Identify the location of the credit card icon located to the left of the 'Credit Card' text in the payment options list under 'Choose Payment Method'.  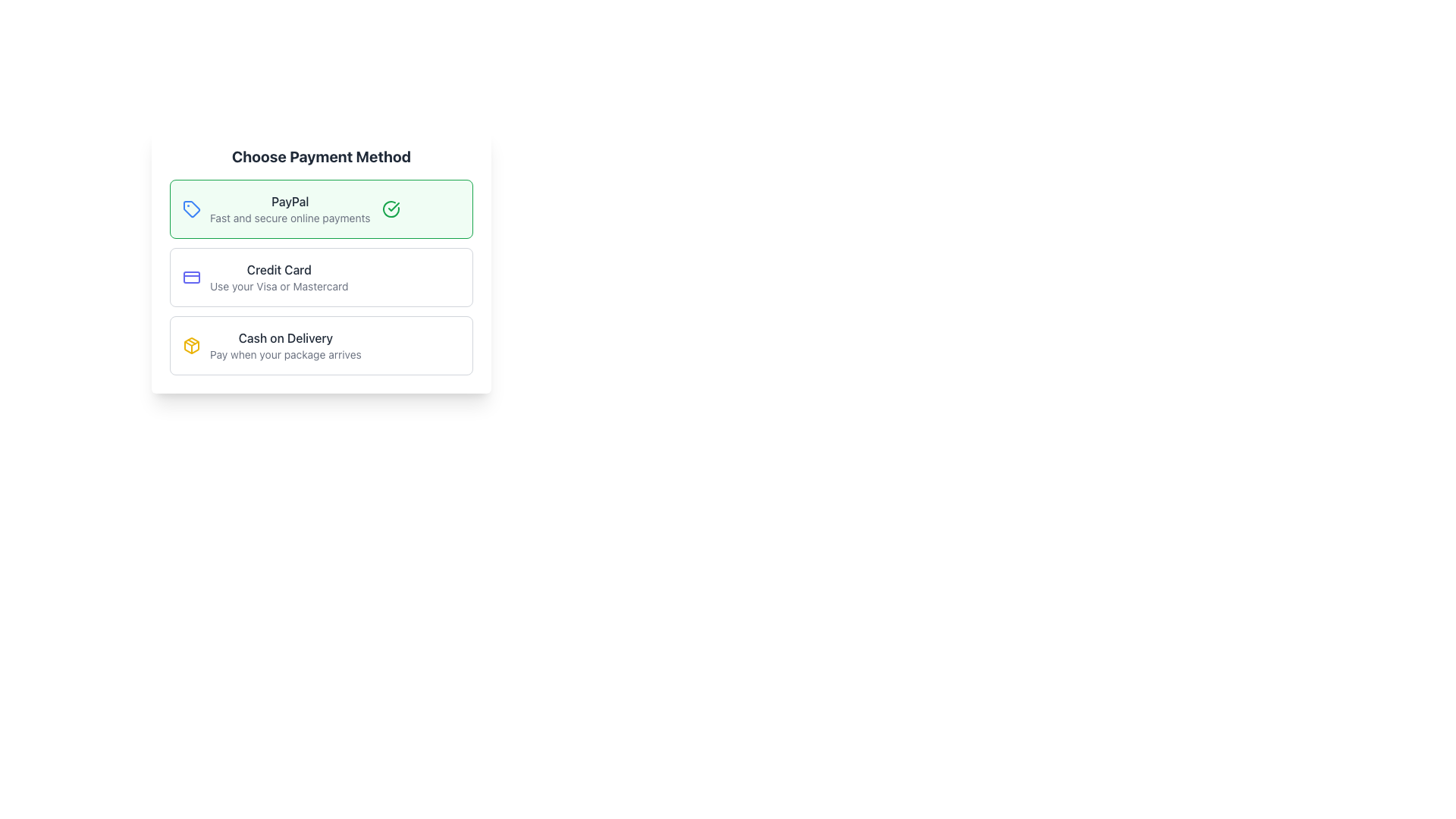
(191, 278).